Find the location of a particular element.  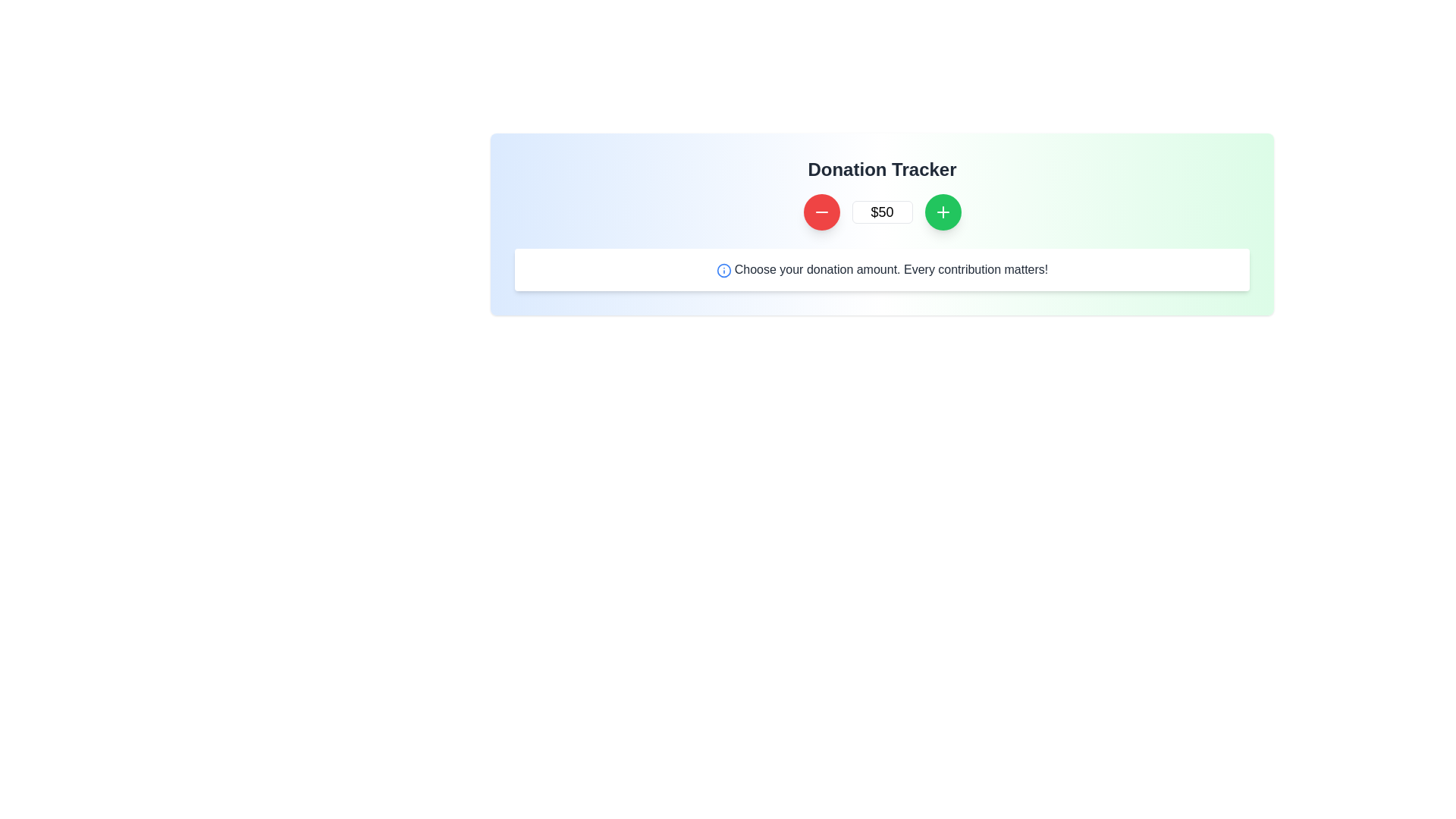

the text input box used for editing the monetary value in the donation tracker, which is centrally aligned and positioned between a minus button and a plus button is located at coordinates (882, 212).